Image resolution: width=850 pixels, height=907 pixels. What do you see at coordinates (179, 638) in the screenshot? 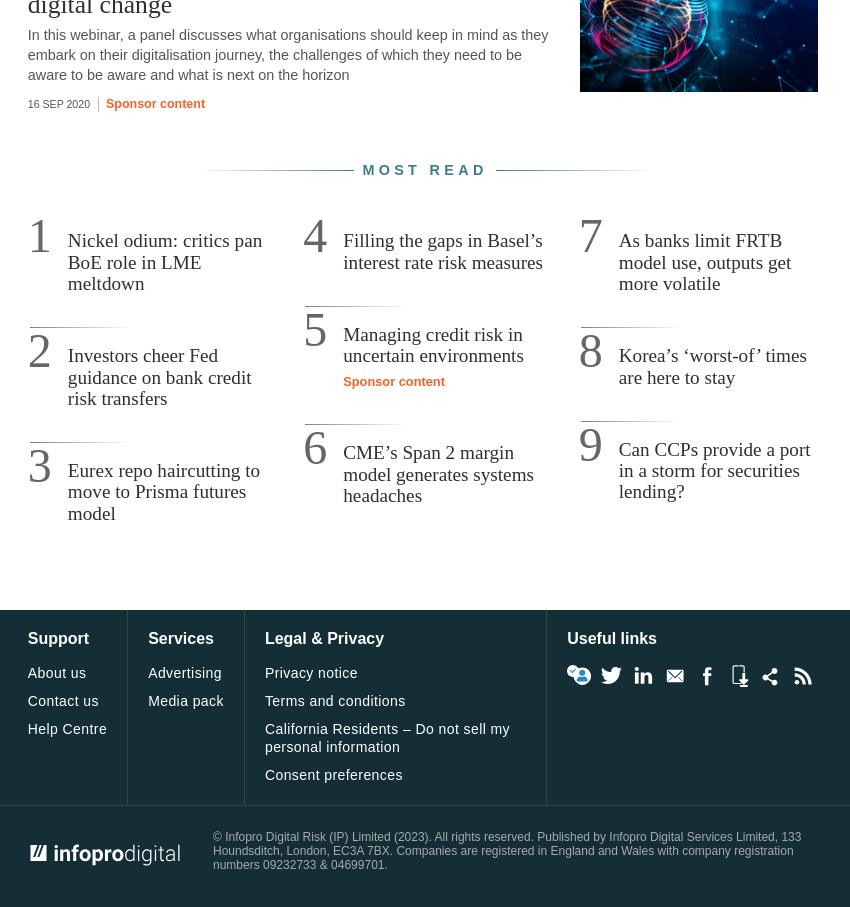
I see `'Services'` at bounding box center [179, 638].